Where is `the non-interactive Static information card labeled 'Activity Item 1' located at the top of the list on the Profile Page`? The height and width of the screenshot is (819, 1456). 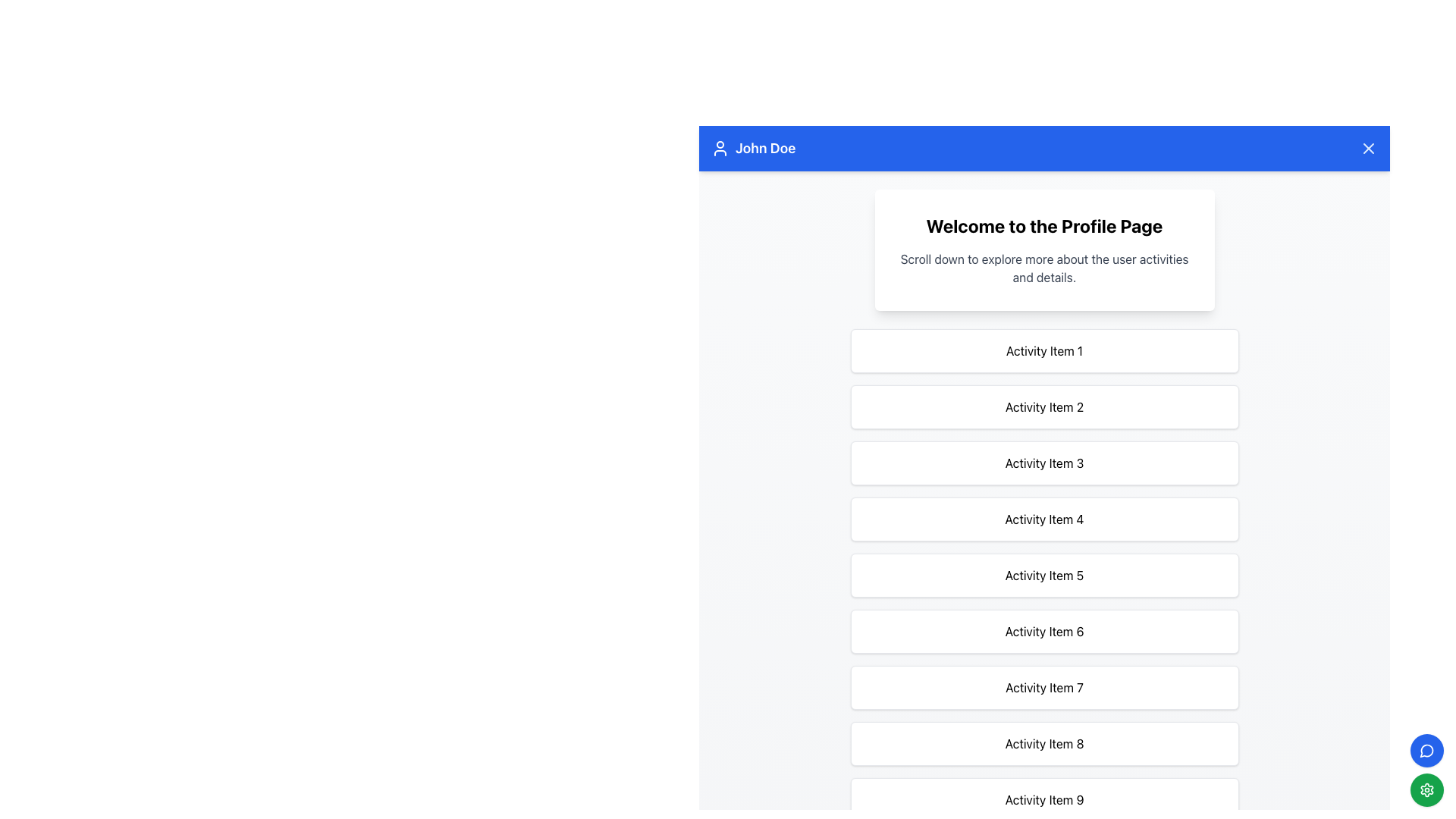 the non-interactive Static information card labeled 'Activity Item 1' located at the top of the list on the Profile Page is located at coordinates (1043, 350).